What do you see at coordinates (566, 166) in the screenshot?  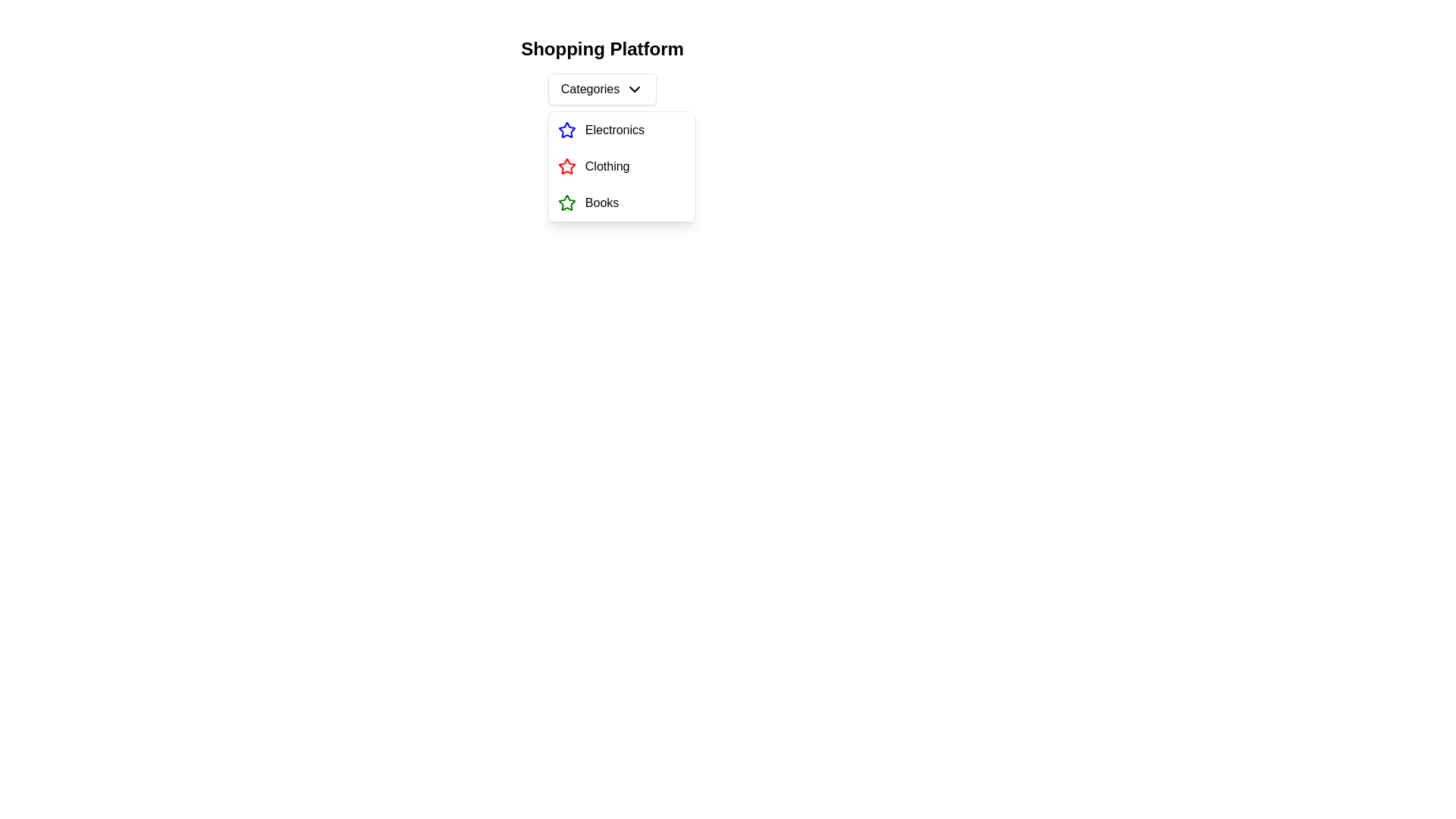 I see `the red star-shaped icon outlined with a distinct stroke, which is the second menu entry labeled 'Clothing' in the dropdown menu under 'Categories' on the 'Shopping Platform'` at bounding box center [566, 166].